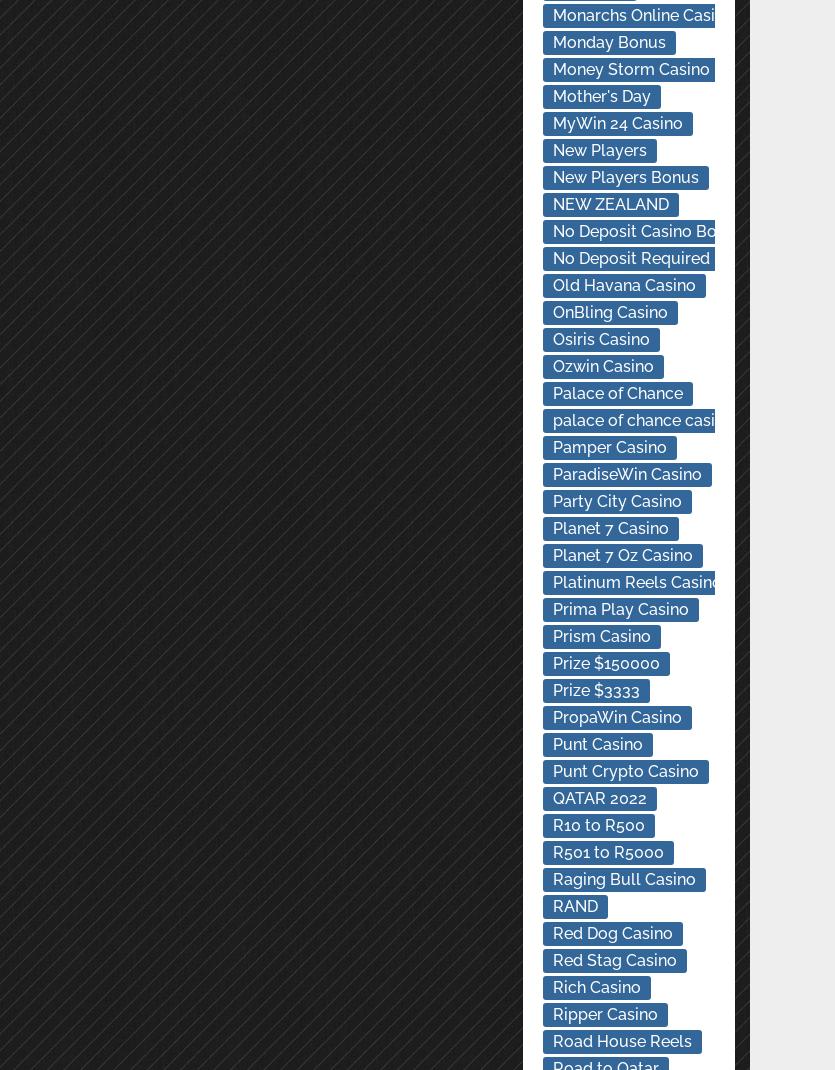 The image size is (835, 1070). Describe the element at coordinates (599, 339) in the screenshot. I see `'Osiris Casino'` at that location.